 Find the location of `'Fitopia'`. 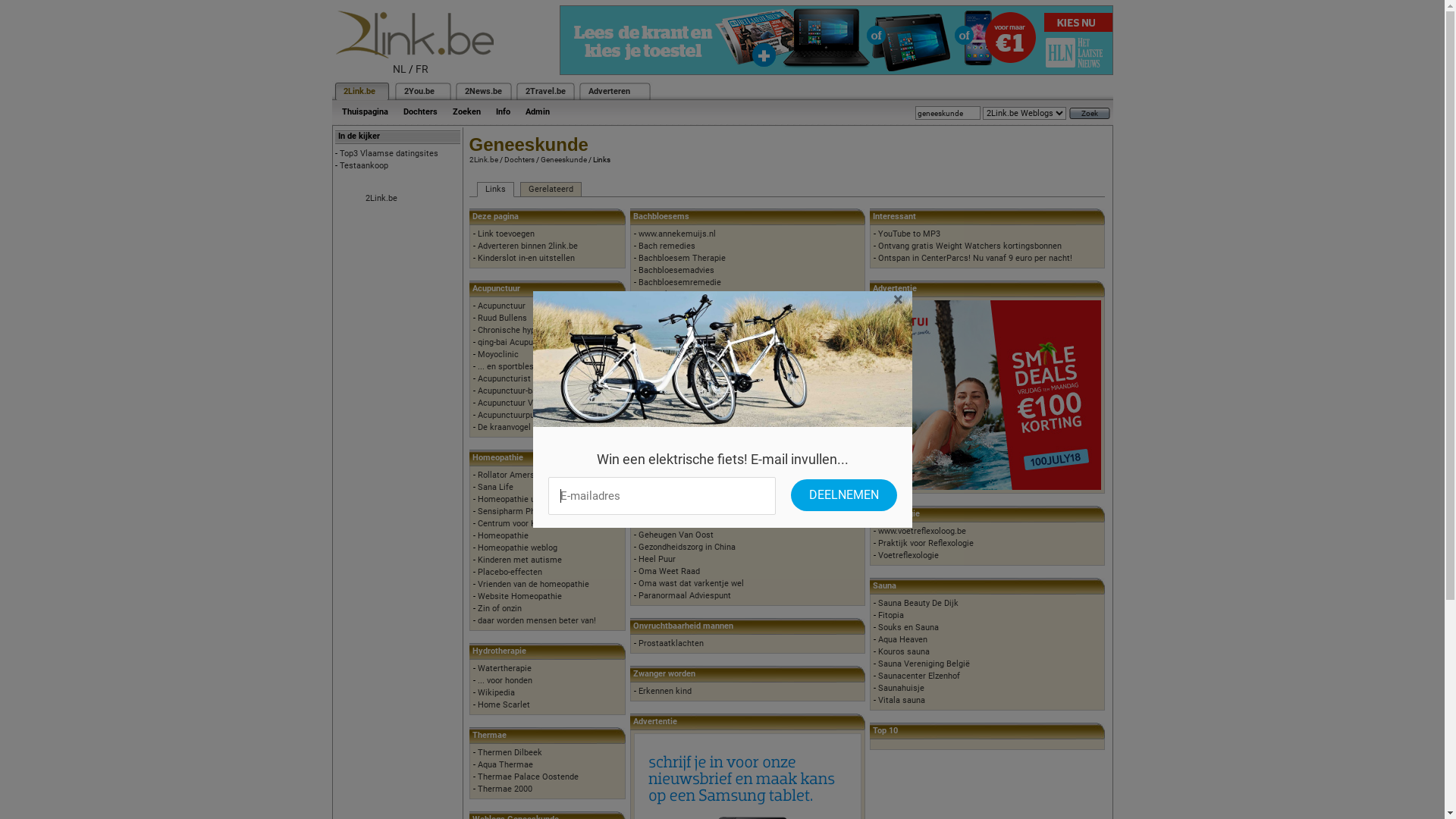

'Fitopia' is located at coordinates (891, 615).